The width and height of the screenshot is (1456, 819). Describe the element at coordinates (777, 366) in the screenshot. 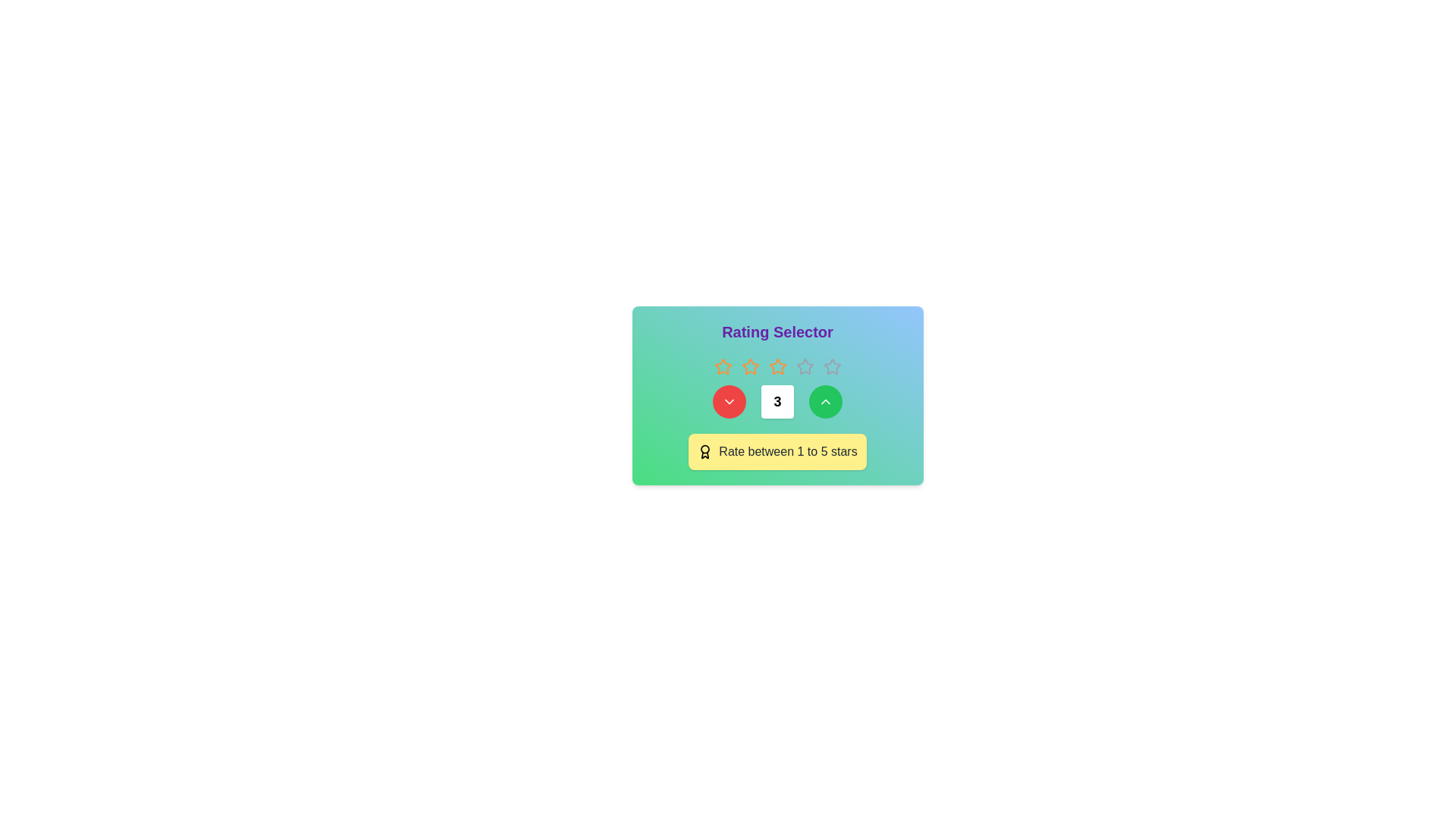

I see `the third star icon in a row of five star icons` at that location.